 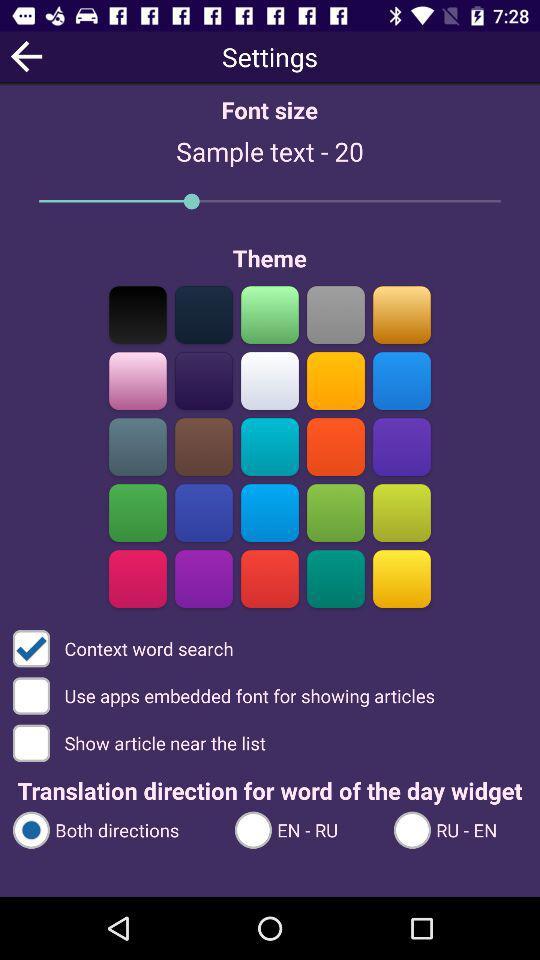 I want to click on choose theme color, so click(x=335, y=512).